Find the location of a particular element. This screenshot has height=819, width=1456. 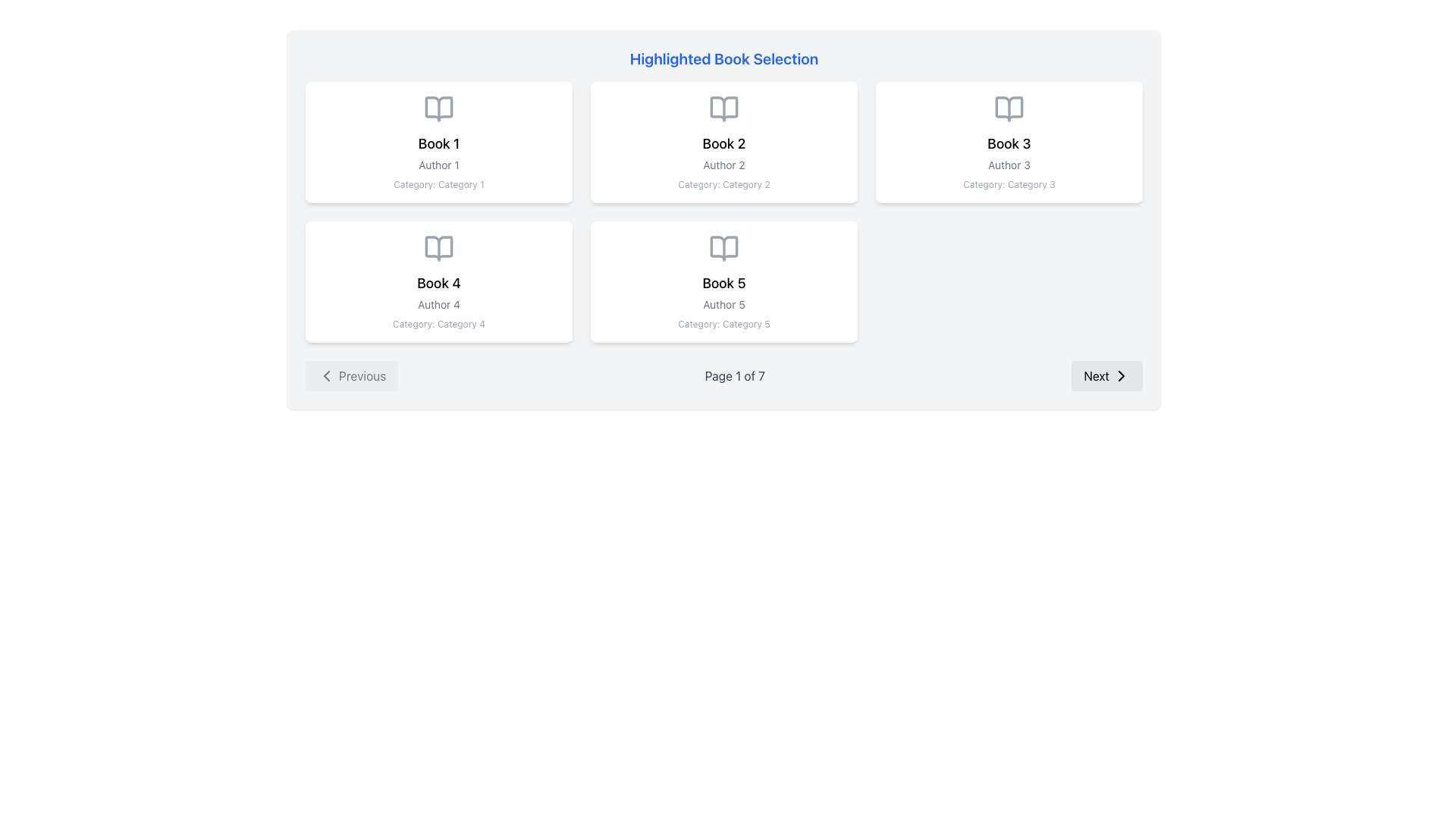

the 'Previous' button in the bottom navigation bar, which is adjacent to the 'Page 1 of 7' text and the 'Next' button is located at coordinates (351, 375).